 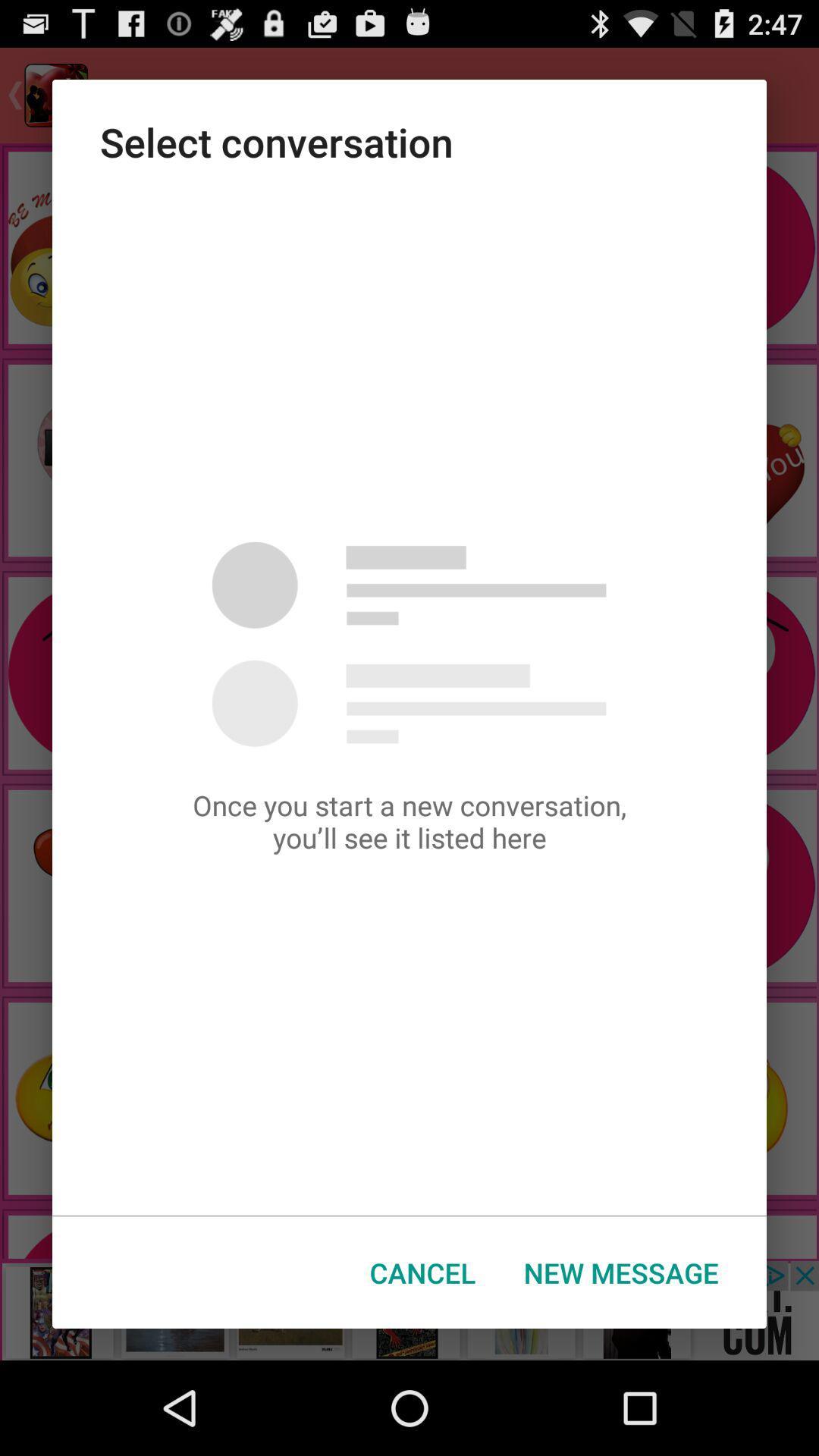 What do you see at coordinates (621, 1272) in the screenshot?
I see `the button at the bottom right corner` at bounding box center [621, 1272].